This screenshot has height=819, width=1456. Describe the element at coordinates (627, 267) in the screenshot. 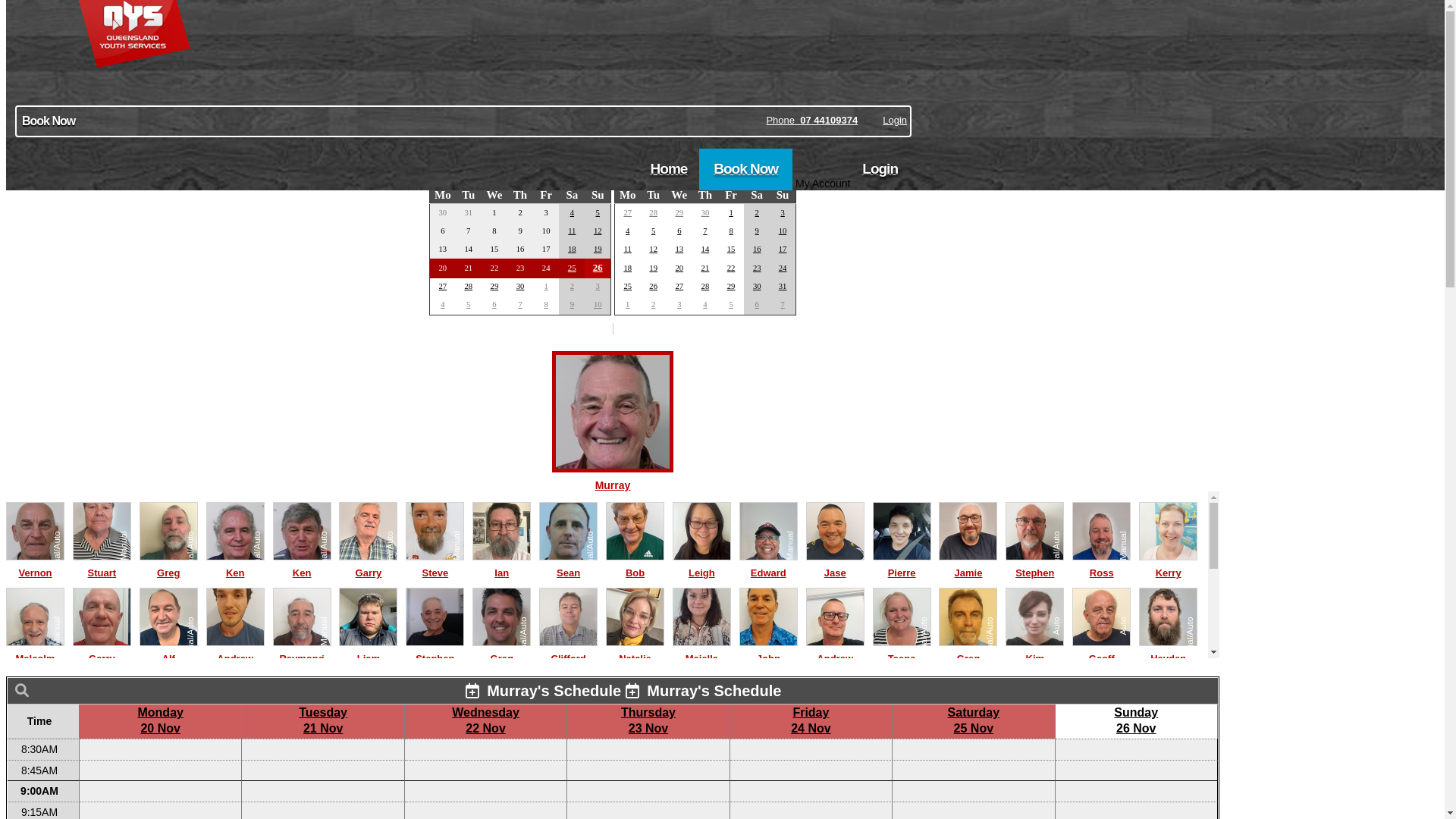

I see `'18'` at that location.